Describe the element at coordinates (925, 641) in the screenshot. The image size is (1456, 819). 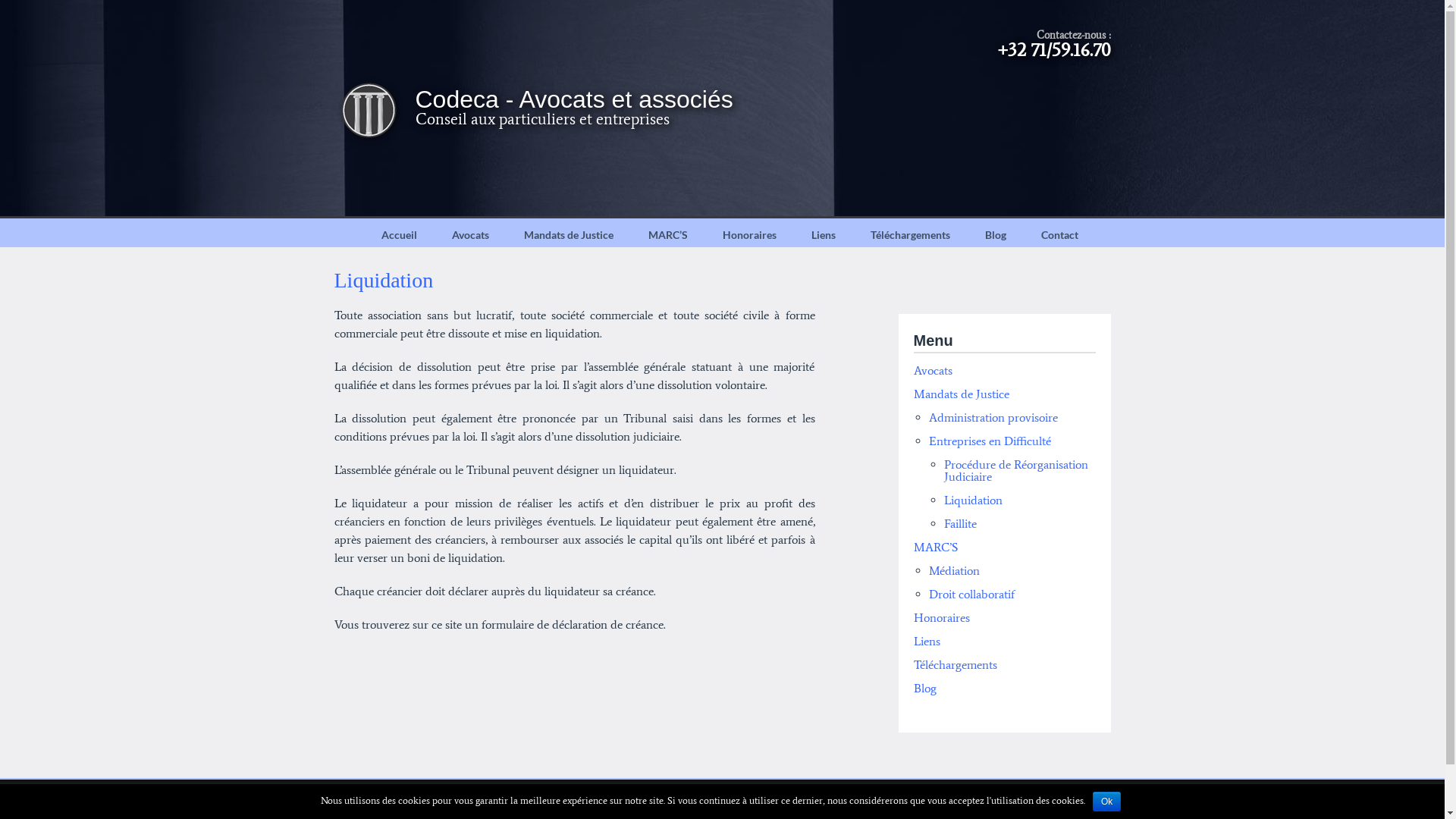
I see `'Liens'` at that location.